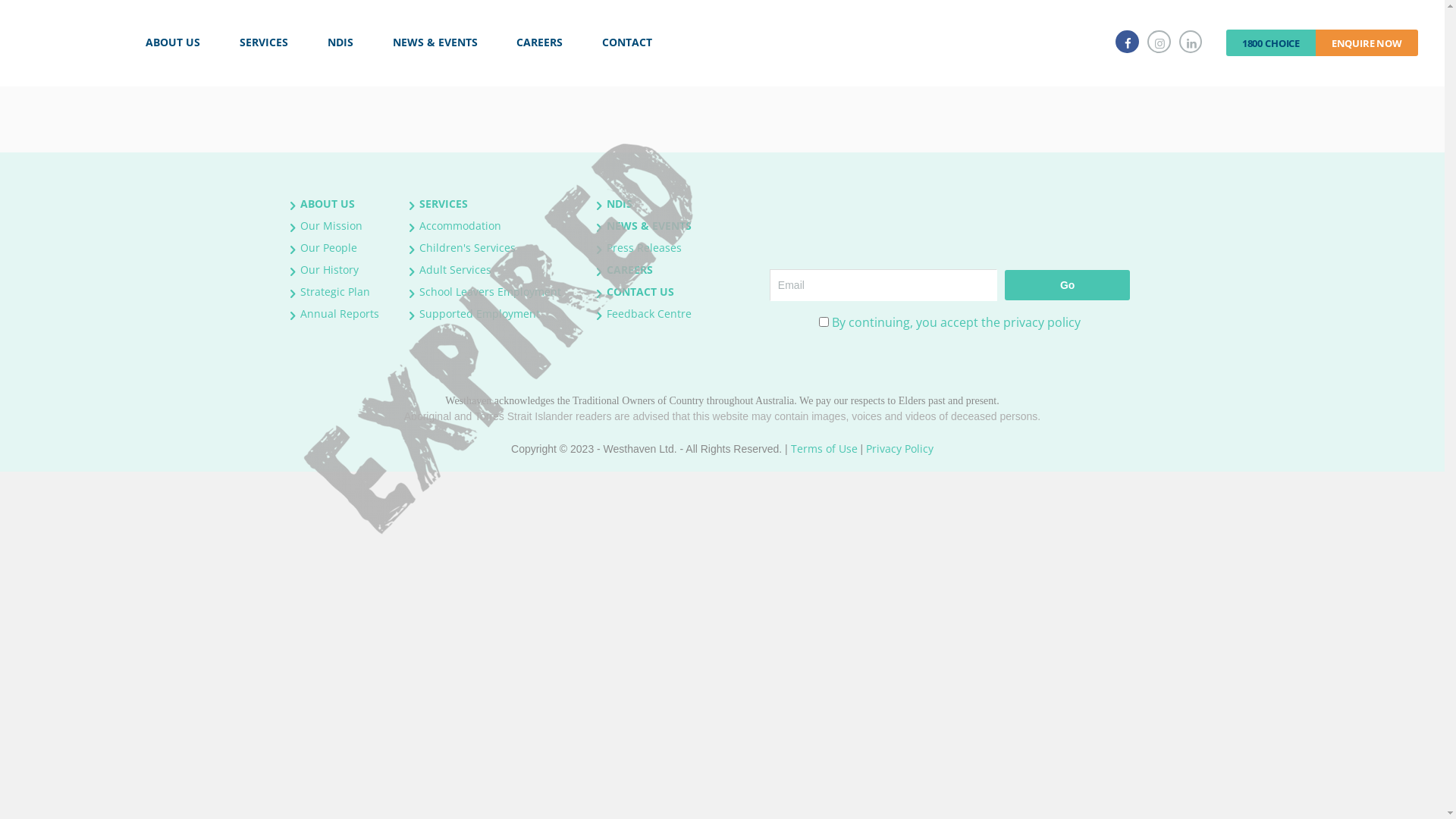  I want to click on 'Adult Services', so click(419, 268).